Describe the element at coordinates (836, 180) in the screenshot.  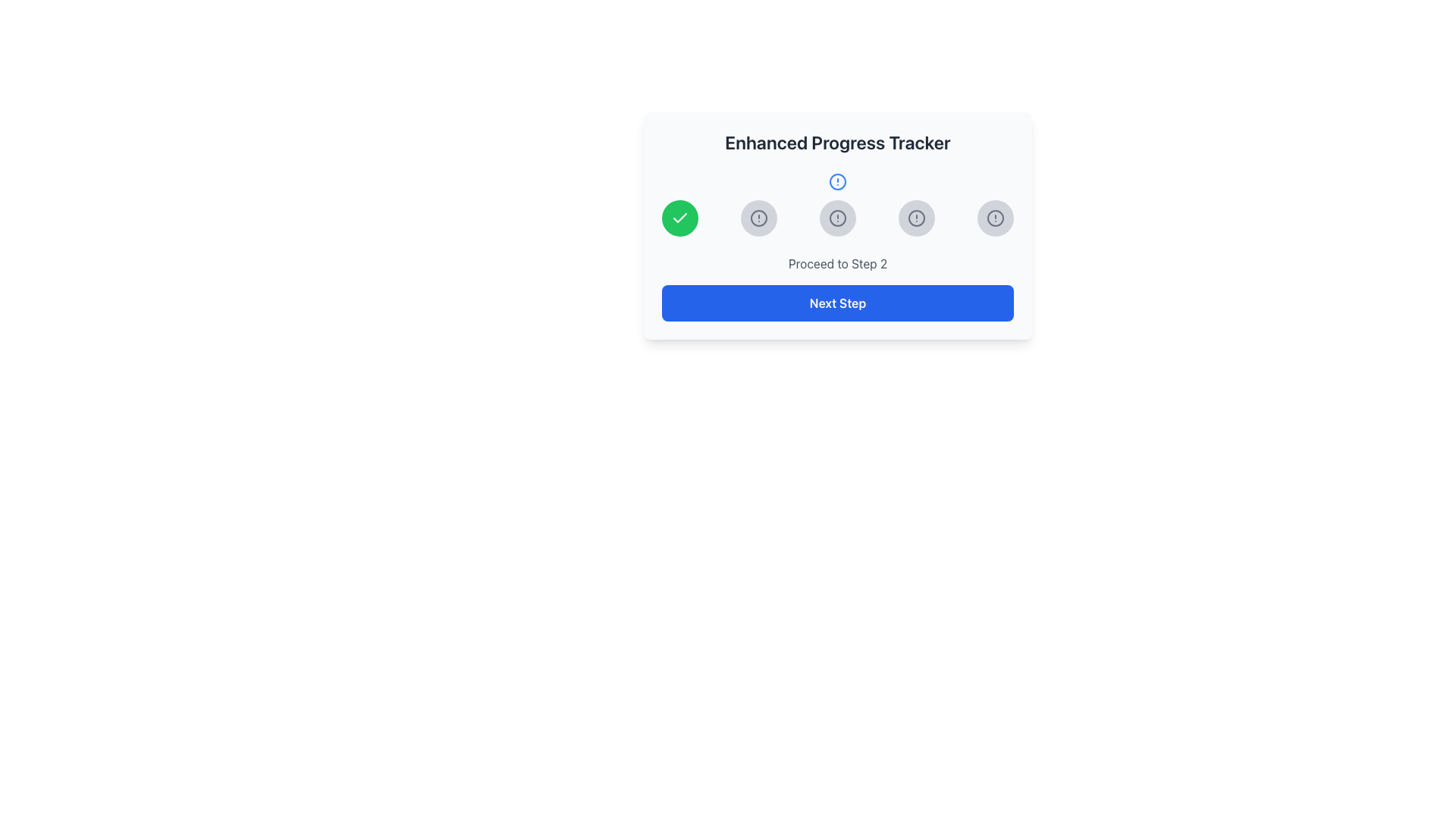
I see `the graphic element representing progress in the second circular button under the 'Enhanced Progress Tracker' label` at that location.